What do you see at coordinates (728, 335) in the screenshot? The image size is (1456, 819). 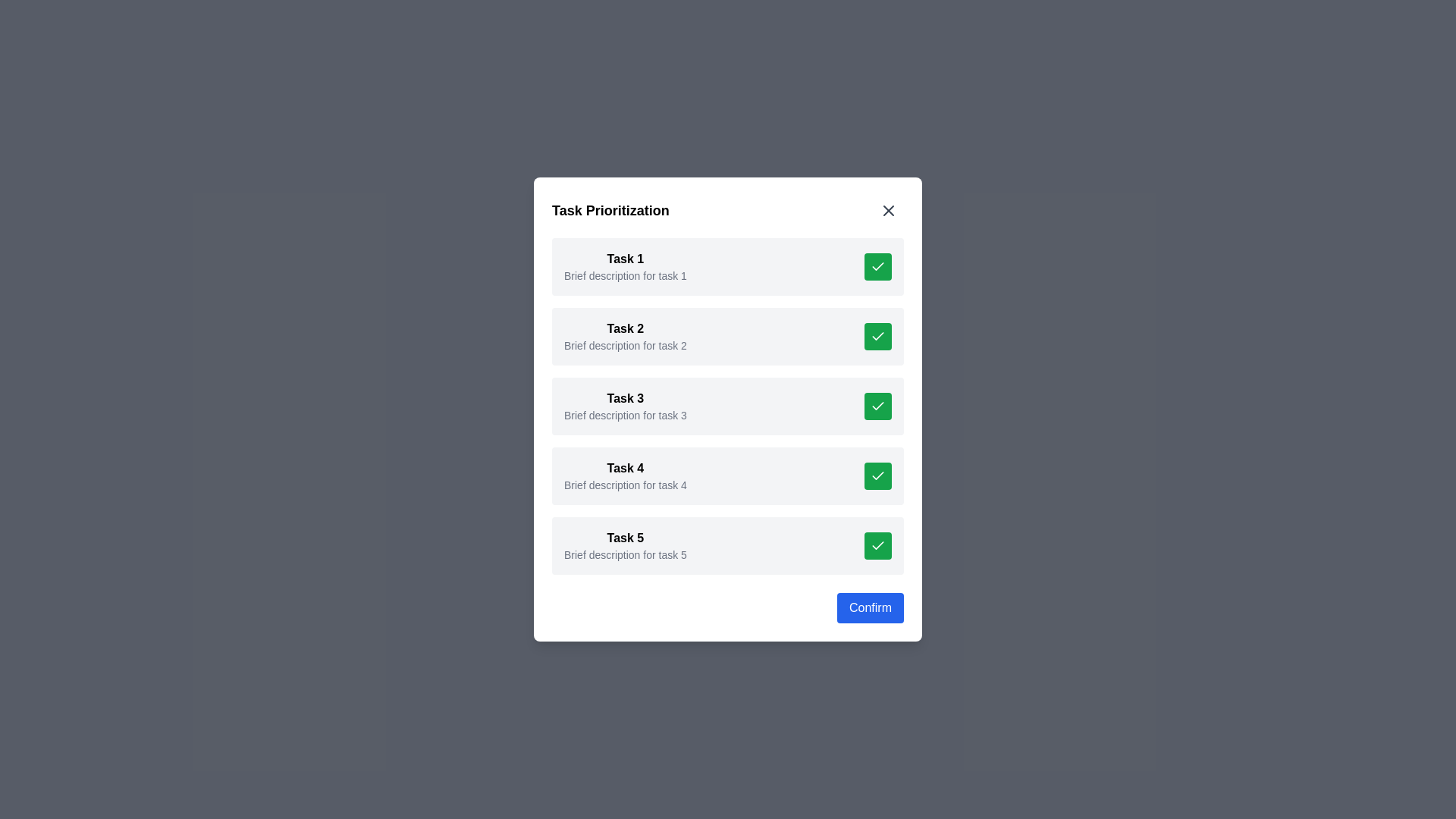 I see `the checkmark of the second task item in the vertical list displayed in the modal` at bounding box center [728, 335].